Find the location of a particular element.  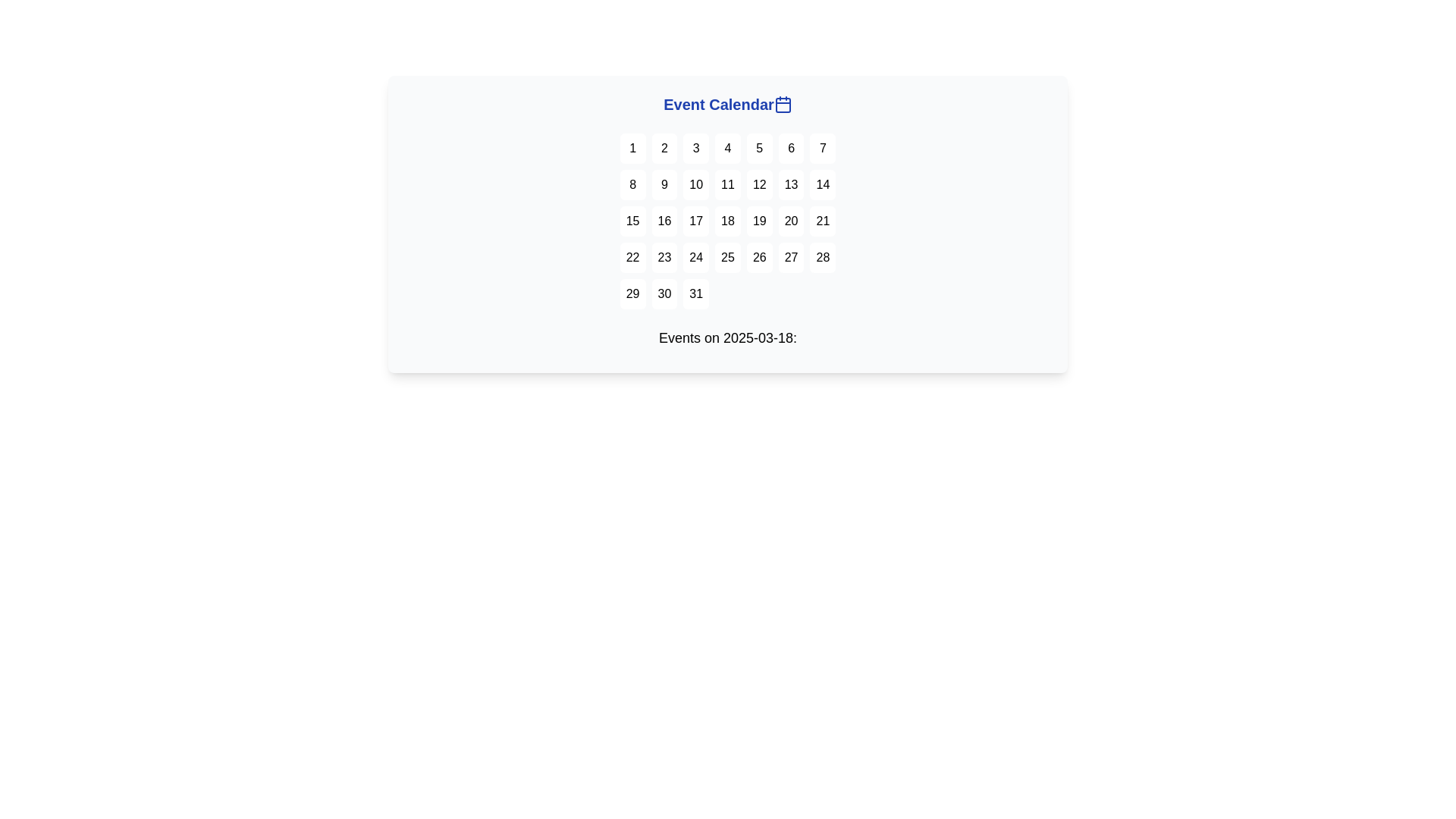

the eleventh day button in the Event Calendar to trigger a visual effect is located at coordinates (728, 184).